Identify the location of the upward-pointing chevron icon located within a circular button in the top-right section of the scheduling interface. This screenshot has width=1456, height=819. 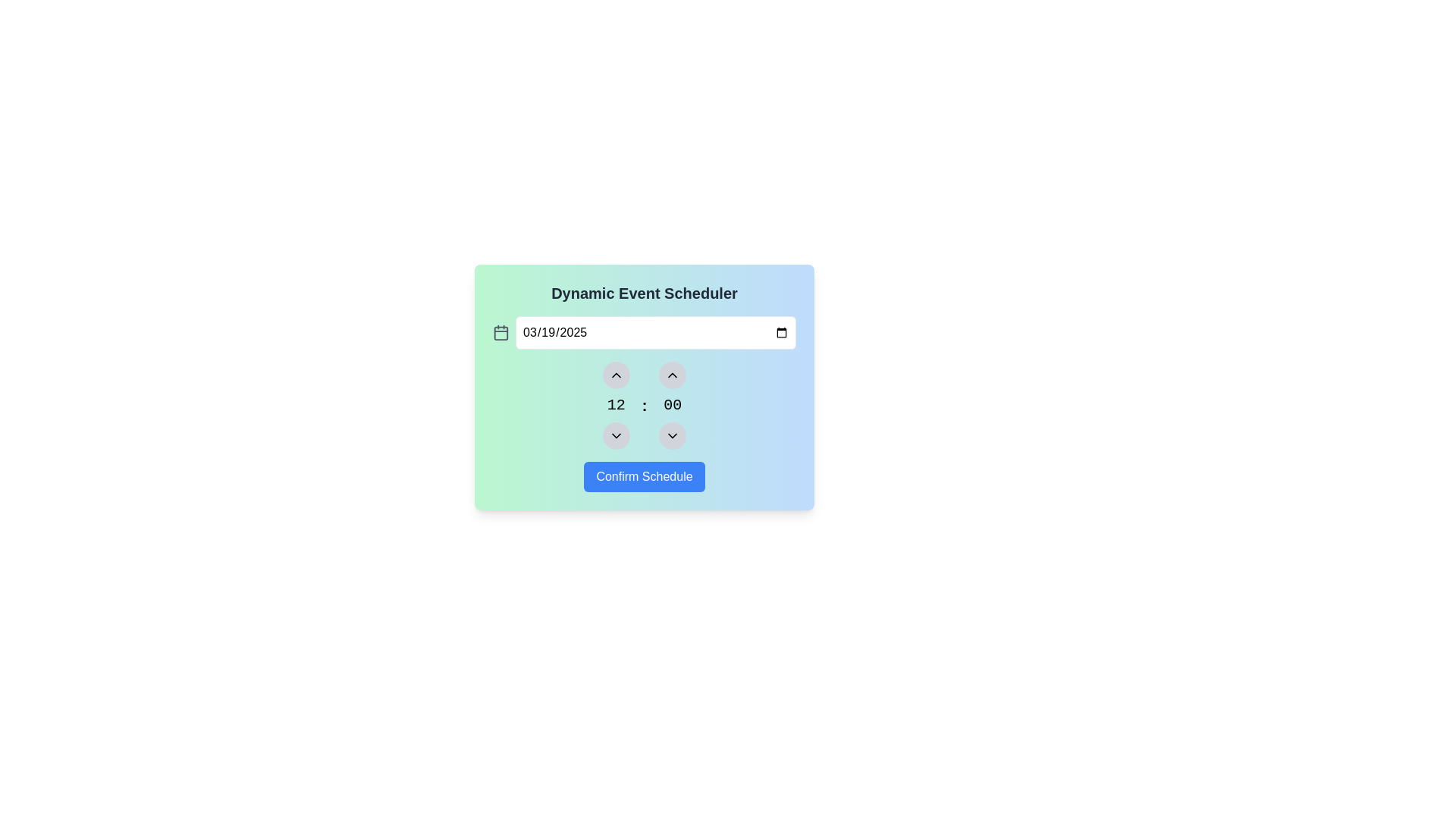
(616, 375).